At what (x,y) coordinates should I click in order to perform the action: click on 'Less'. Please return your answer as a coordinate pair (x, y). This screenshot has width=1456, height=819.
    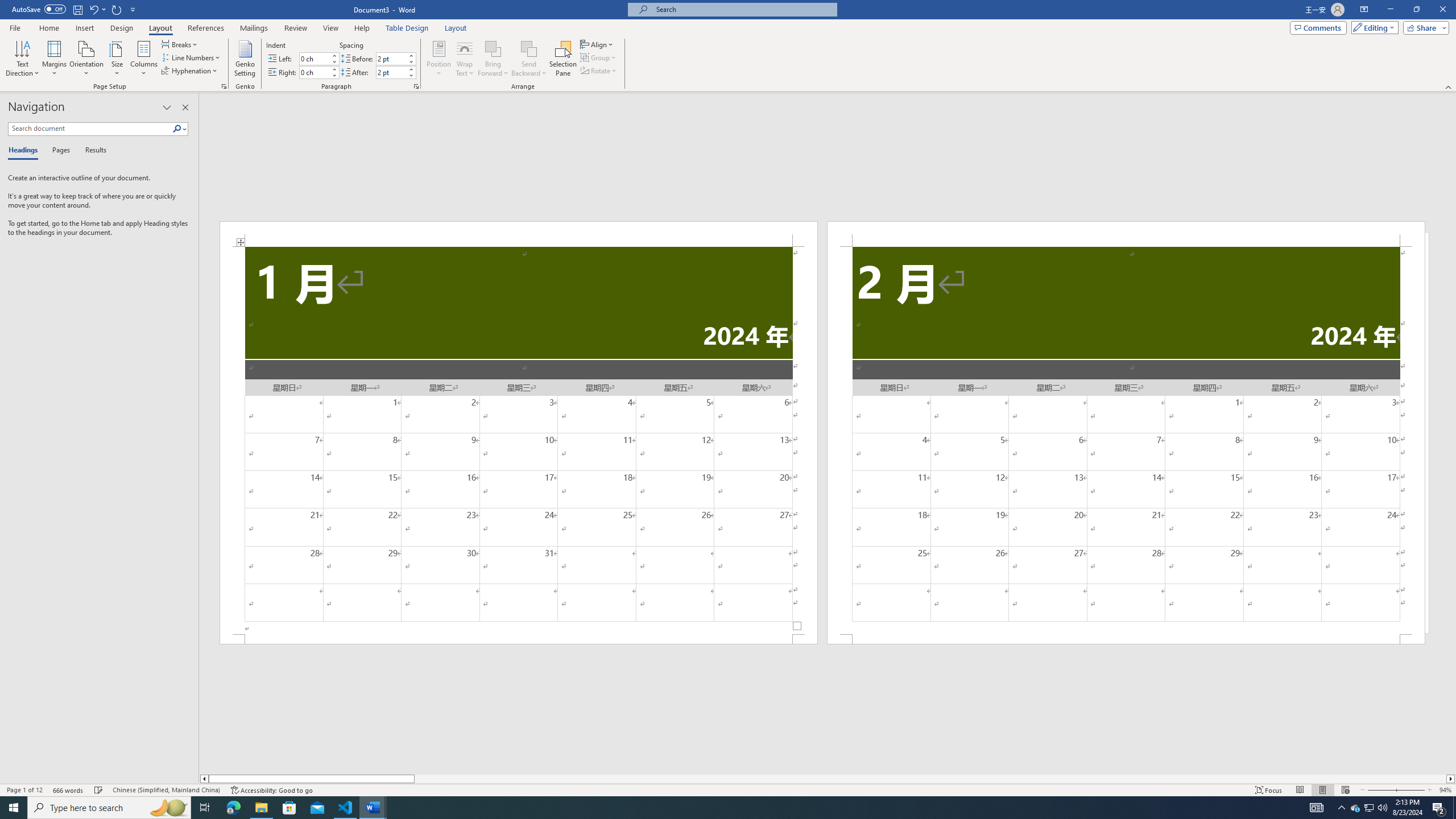
    Looking at the image, I should click on (411, 75).